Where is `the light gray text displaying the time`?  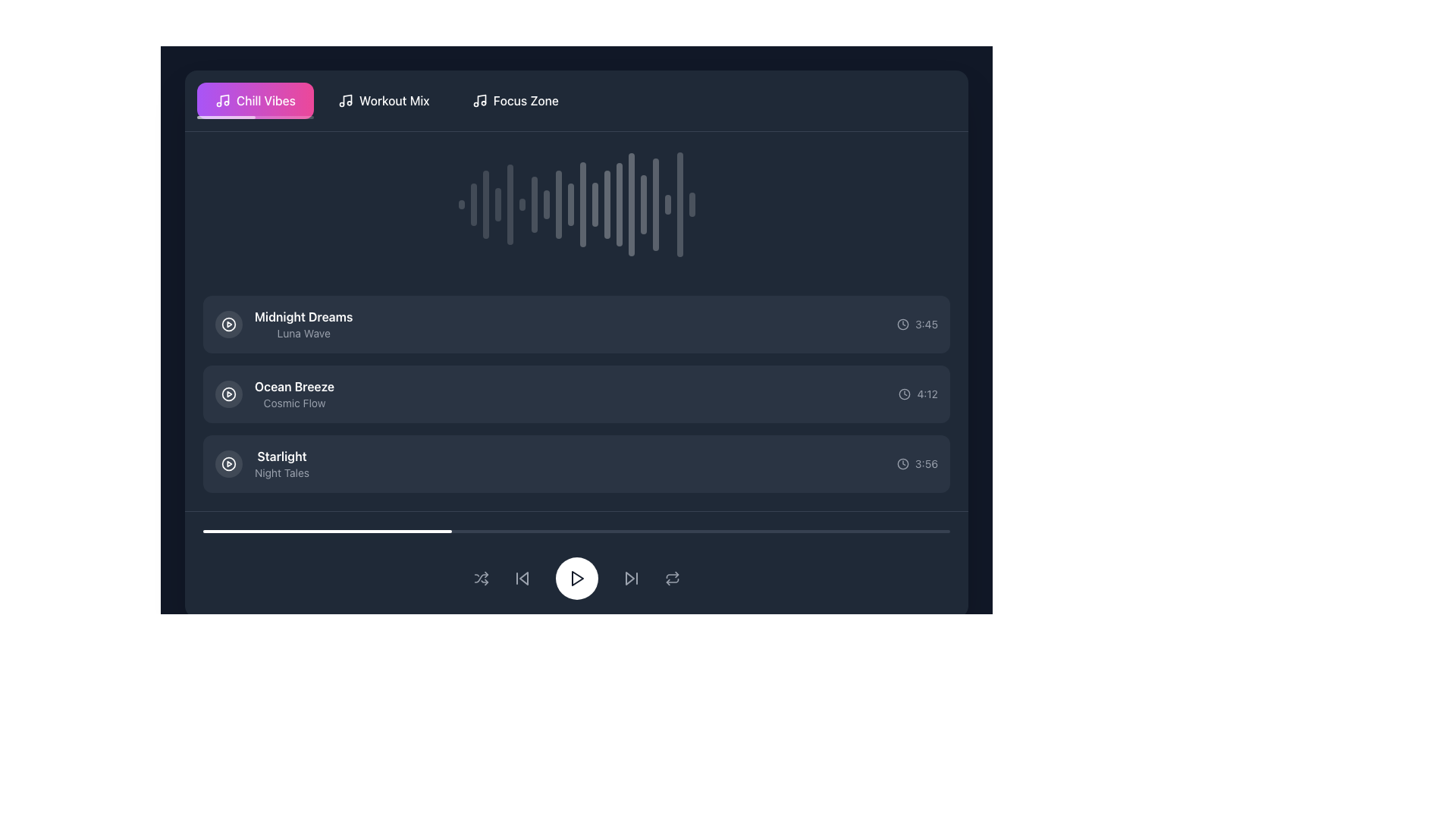 the light gray text displaying the time is located at coordinates (916, 324).